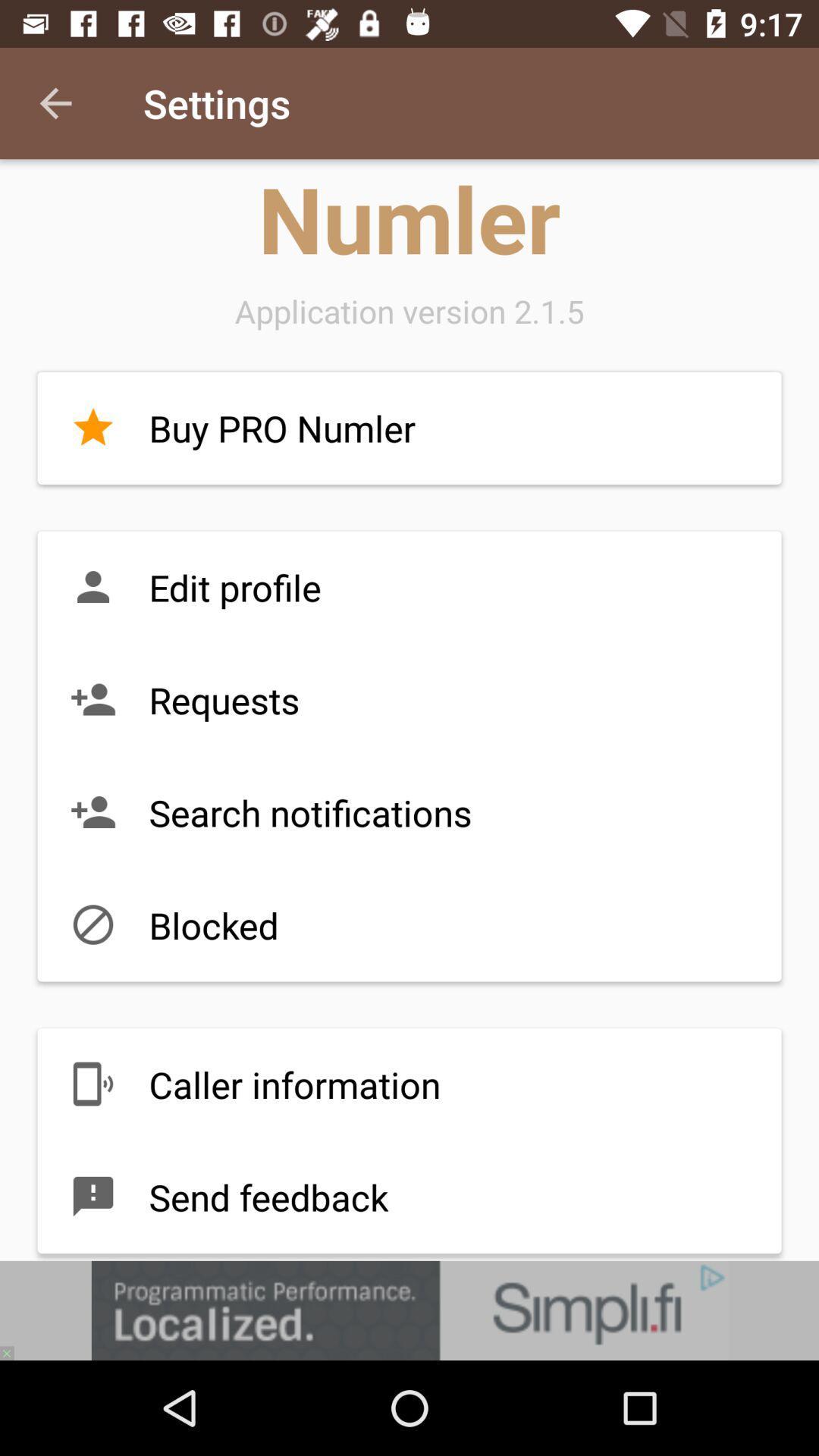  I want to click on the minus icon, so click(730, 556).